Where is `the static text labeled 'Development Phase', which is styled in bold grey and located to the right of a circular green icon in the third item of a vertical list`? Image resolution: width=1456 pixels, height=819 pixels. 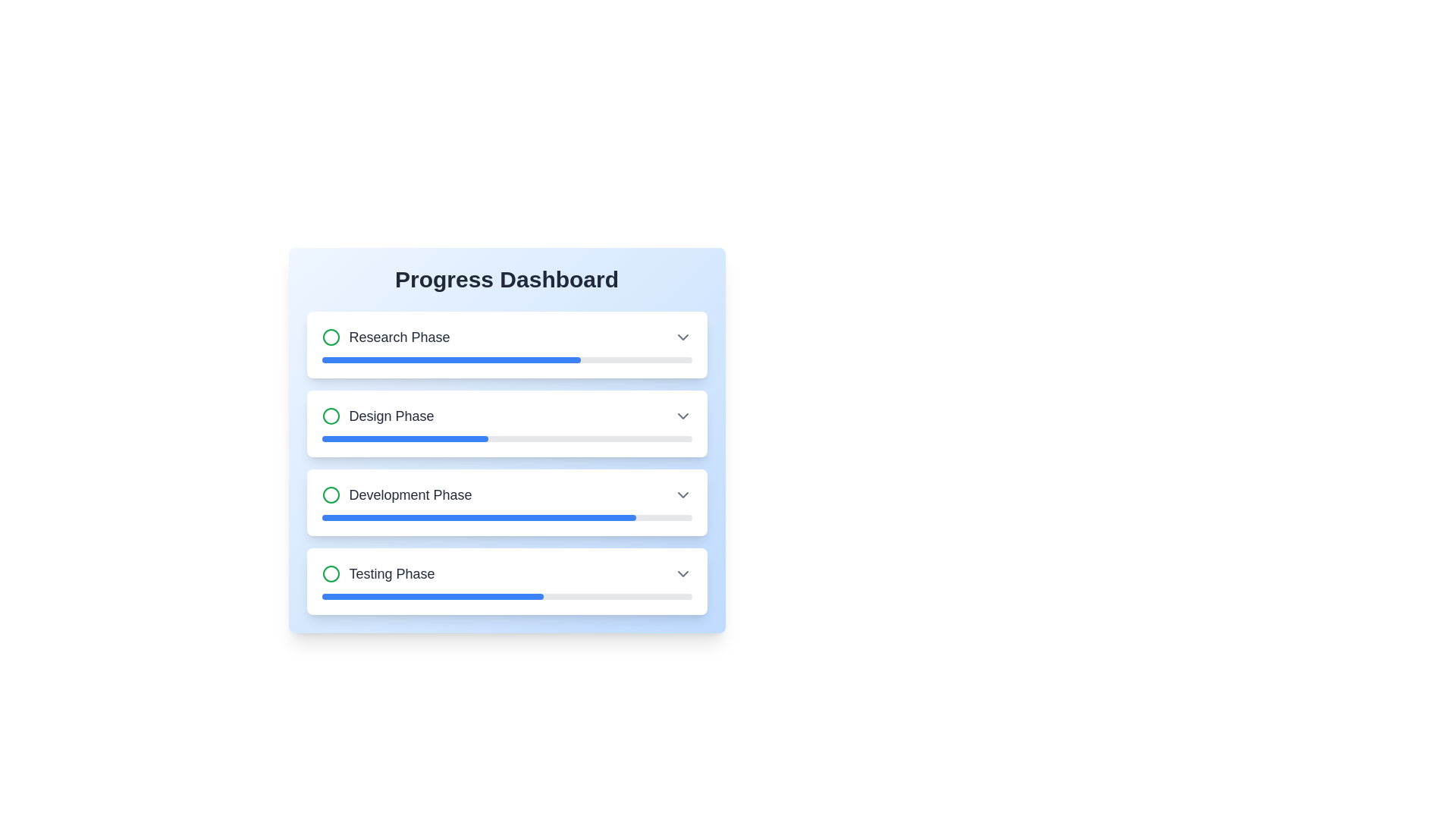
the static text labeled 'Development Phase', which is styled in bold grey and located to the right of a circular green icon in the third item of a vertical list is located at coordinates (410, 494).